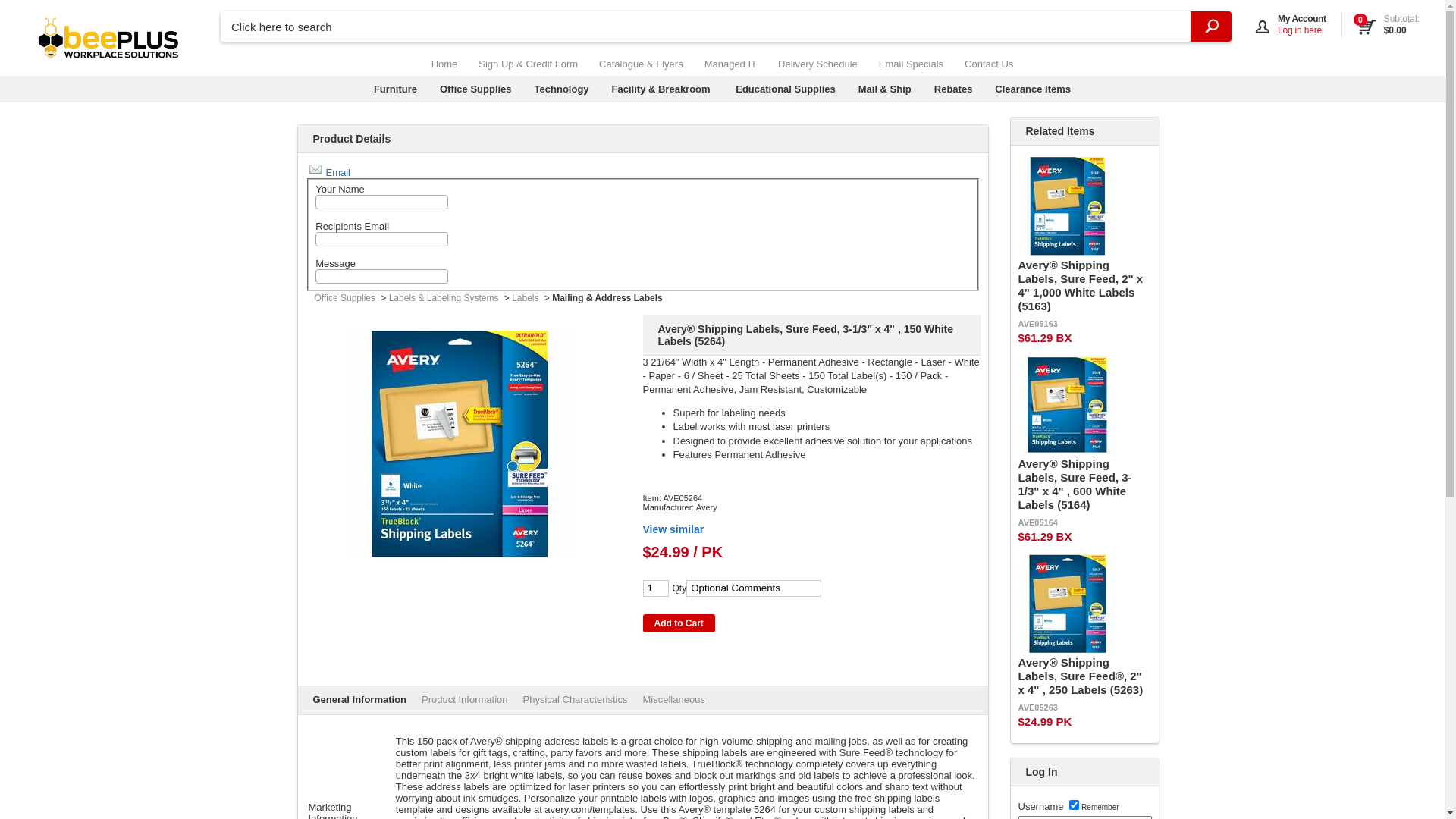  What do you see at coordinates (952, 89) in the screenshot?
I see `'Rebates'` at bounding box center [952, 89].